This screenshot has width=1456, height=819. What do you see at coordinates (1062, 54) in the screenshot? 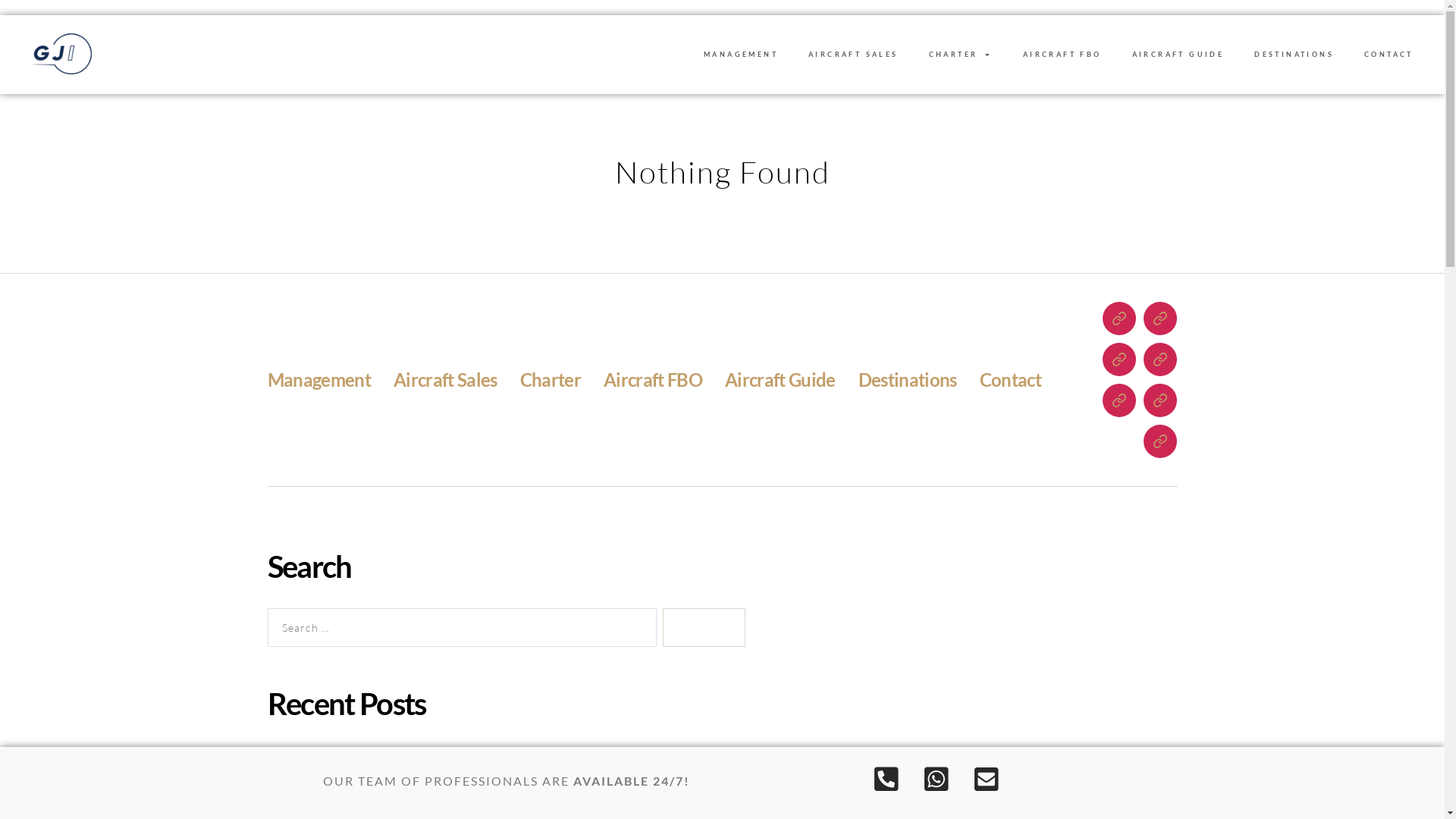
I see `'AIRCRAFT FBO'` at bounding box center [1062, 54].